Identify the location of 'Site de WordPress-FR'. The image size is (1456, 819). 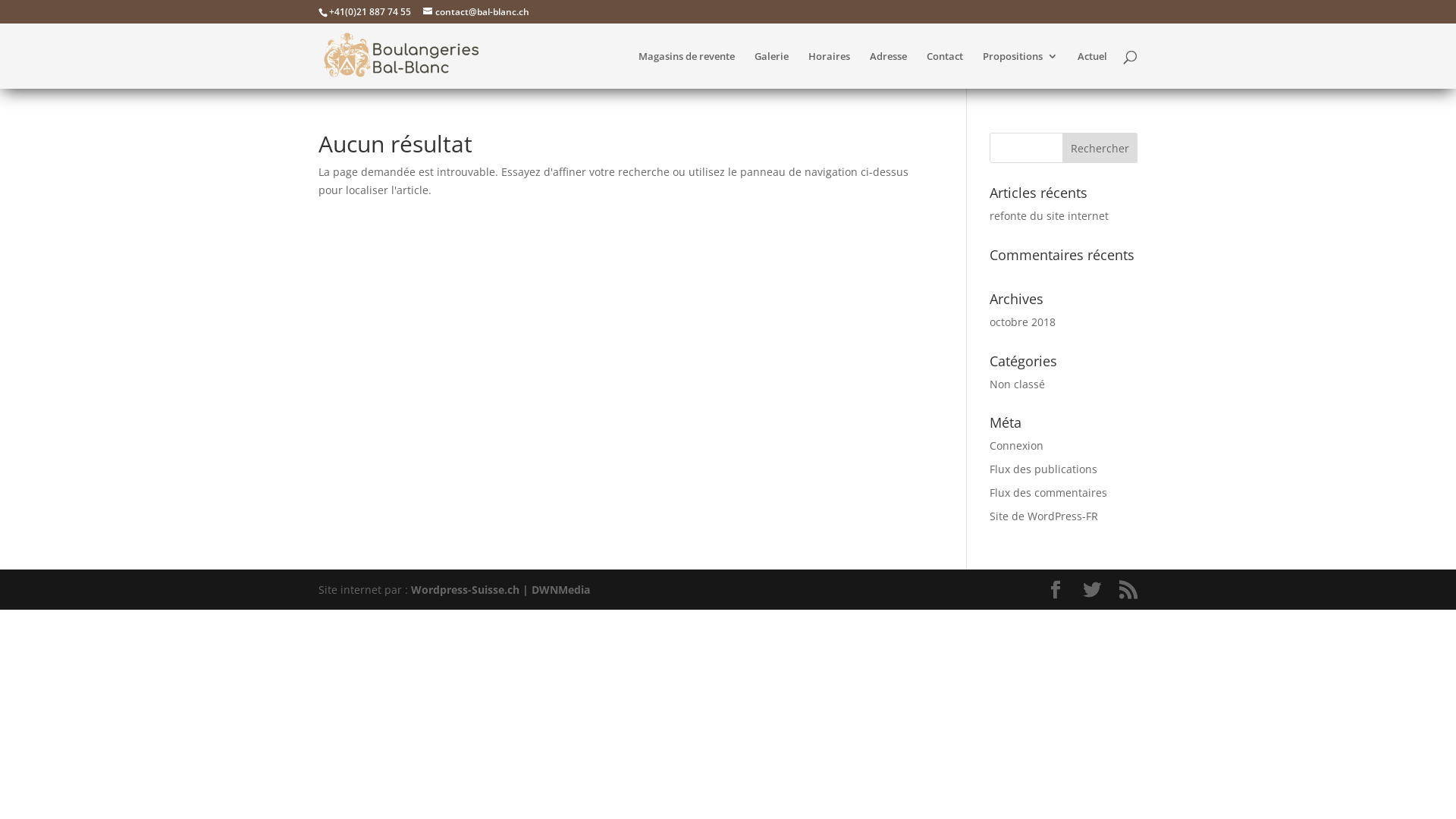
(1043, 515).